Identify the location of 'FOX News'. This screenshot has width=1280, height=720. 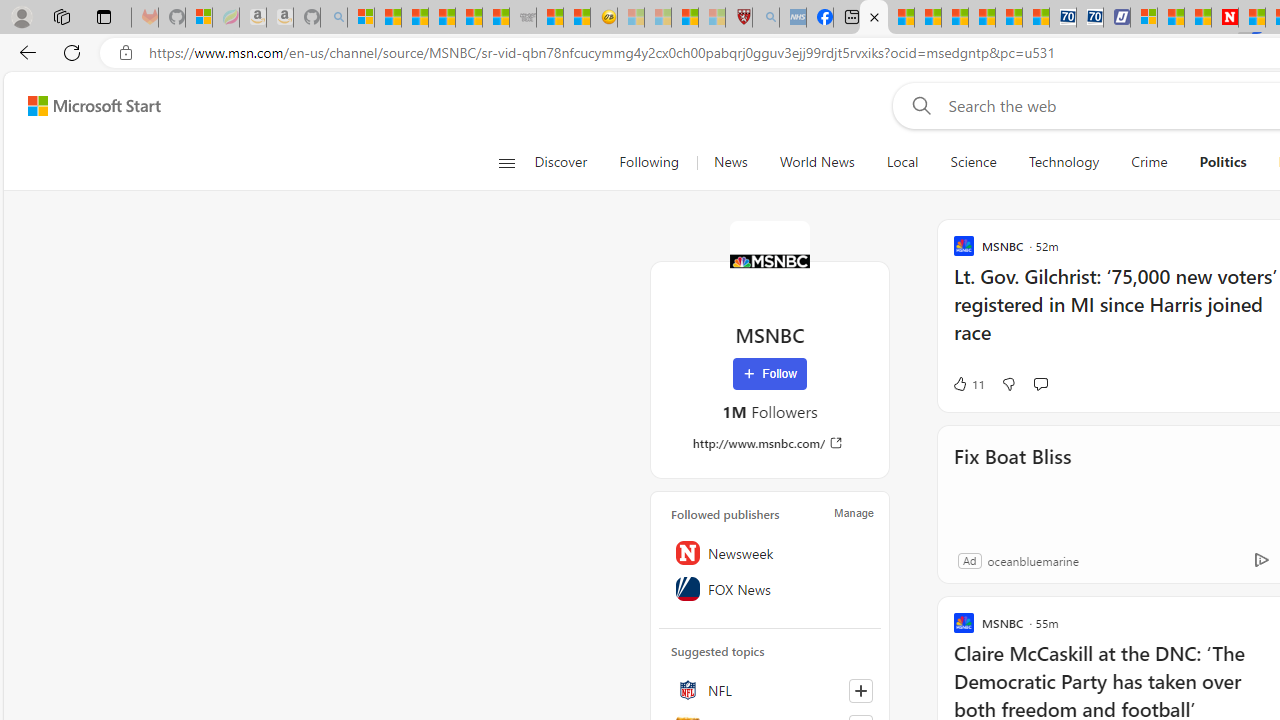
(769, 587).